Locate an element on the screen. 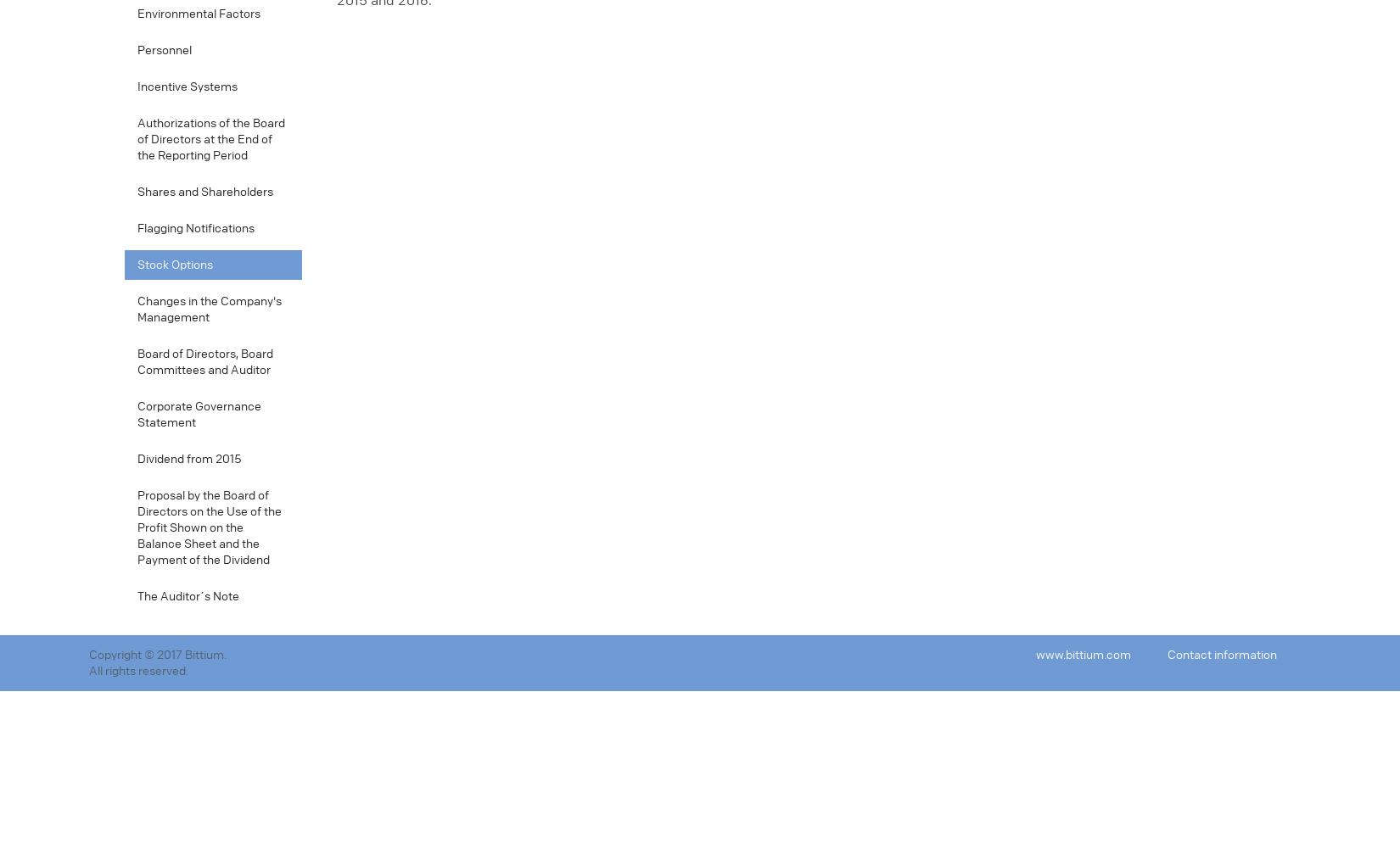  'Personnel' is located at coordinates (137, 50).